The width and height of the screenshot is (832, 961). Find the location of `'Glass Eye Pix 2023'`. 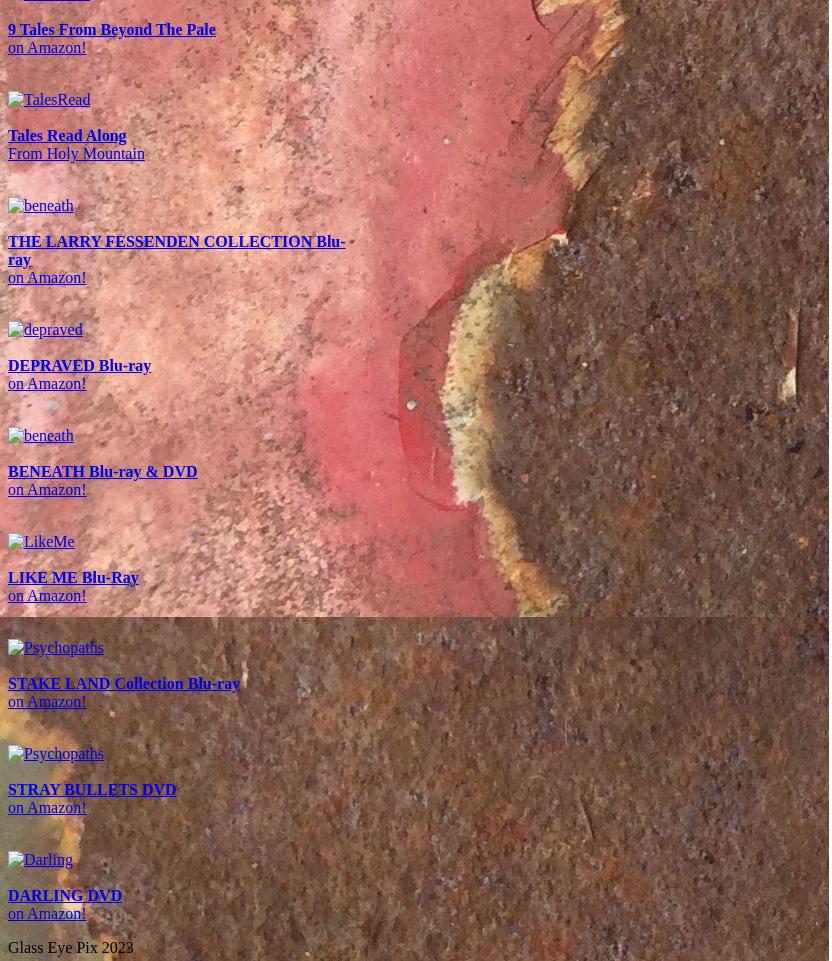

'Glass Eye Pix 2023' is located at coordinates (69, 946).